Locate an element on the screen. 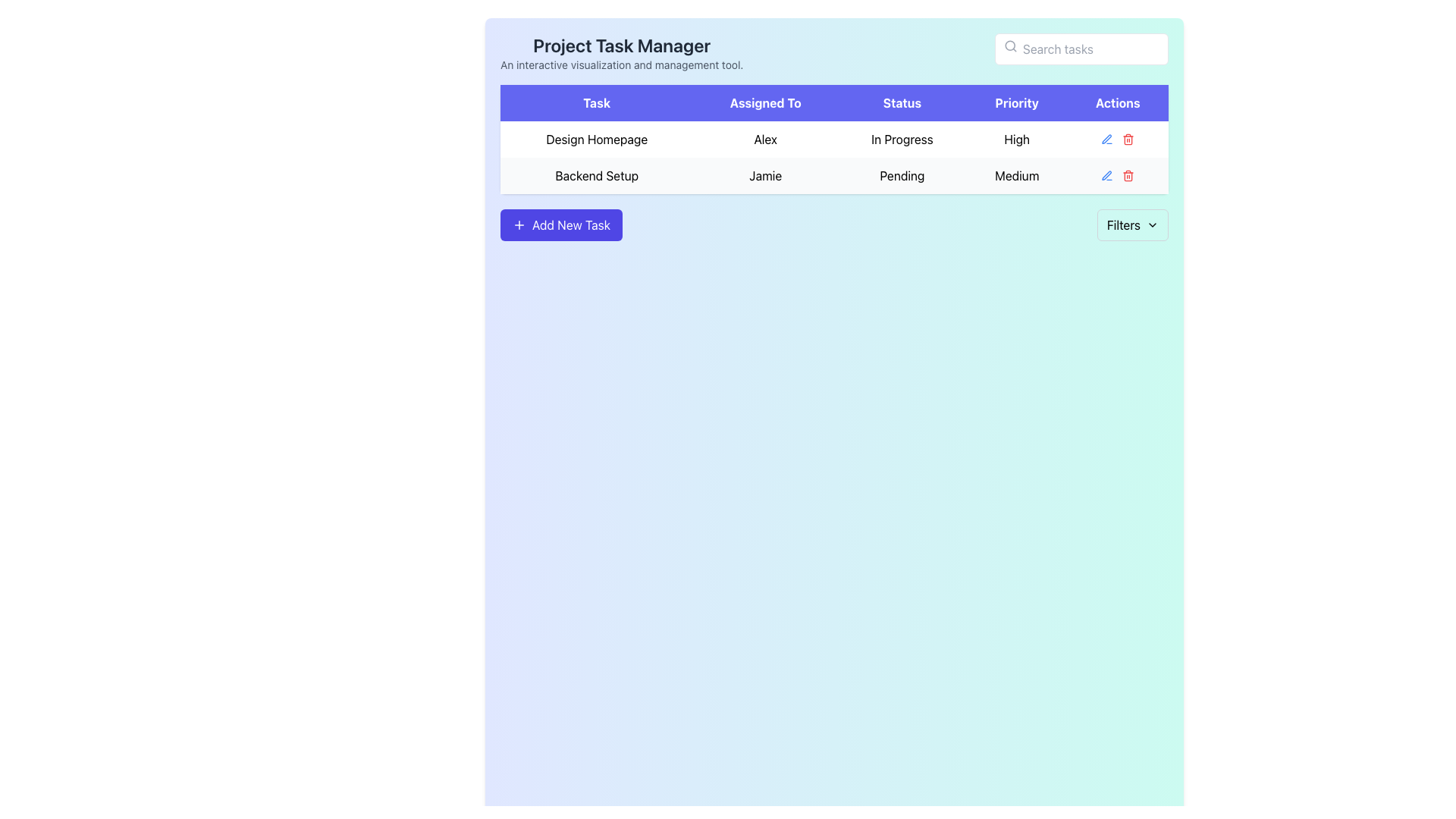 Image resolution: width=1456 pixels, height=819 pixels. the 'Medium' priority level text label in the task row for 'Backend Setup' is located at coordinates (1016, 174).